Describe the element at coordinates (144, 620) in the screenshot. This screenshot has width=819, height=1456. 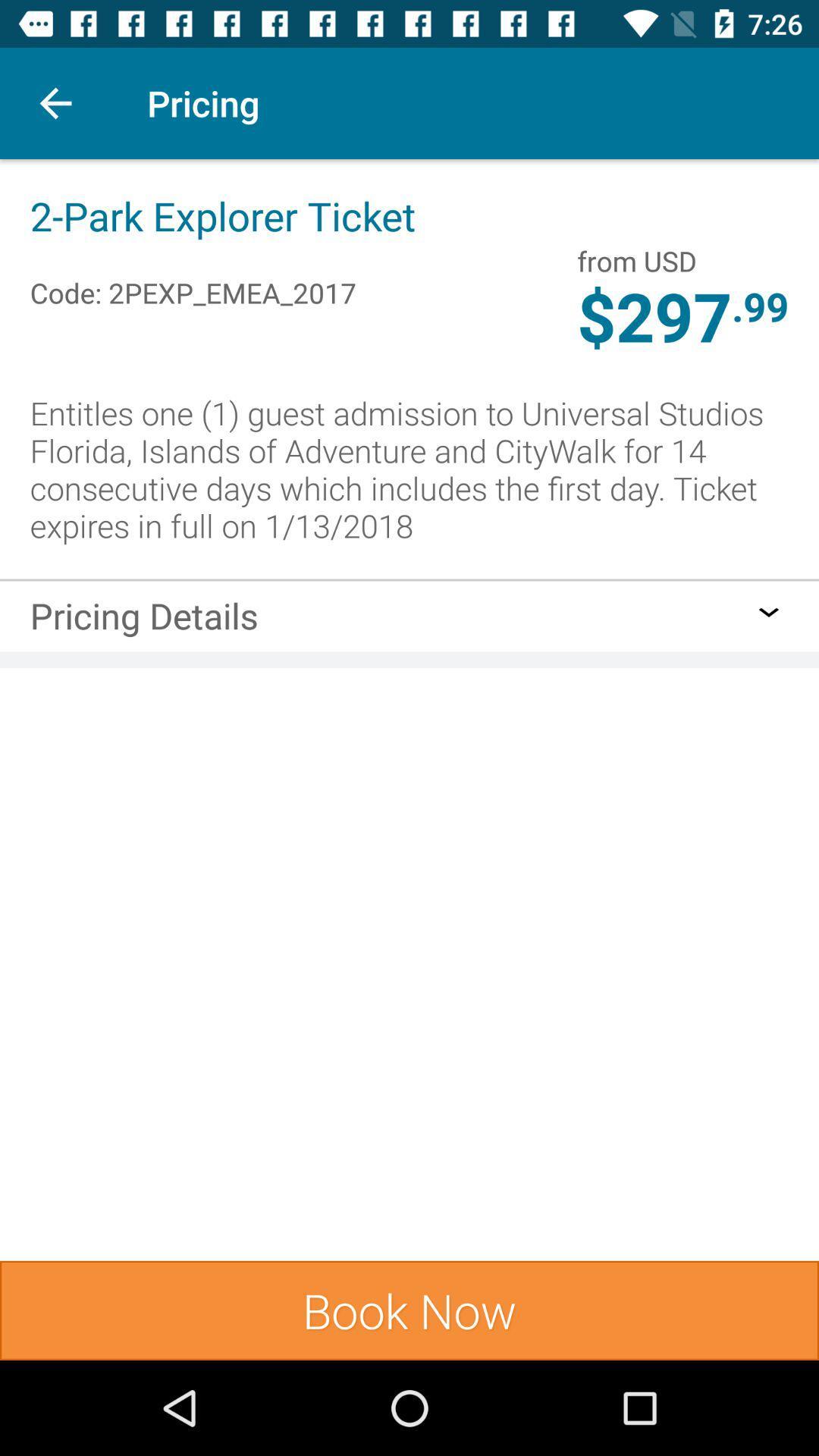
I see `pricing details on the left` at that location.